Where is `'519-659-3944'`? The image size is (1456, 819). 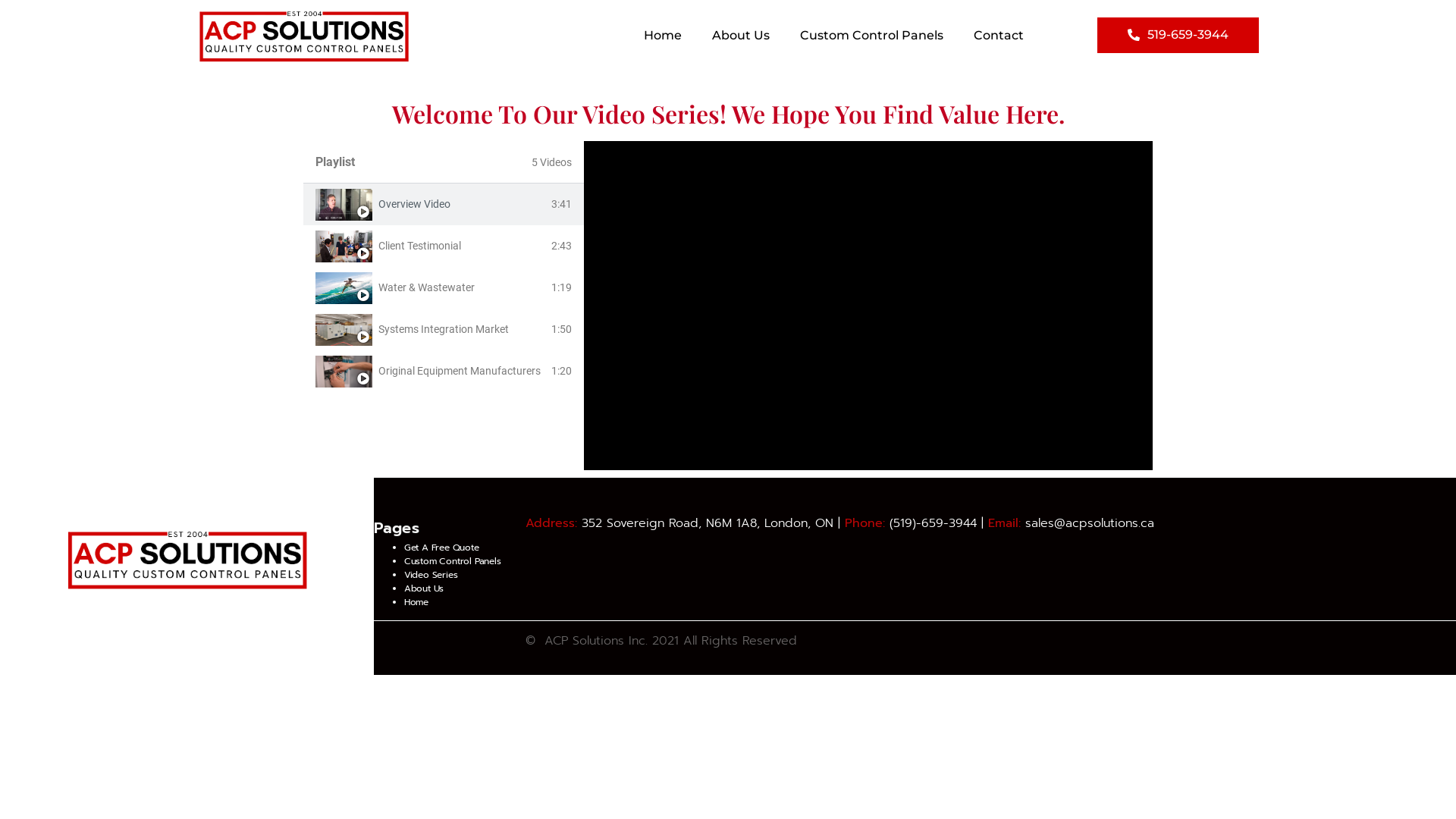 '519-659-3944' is located at coordinates (1177, 34).